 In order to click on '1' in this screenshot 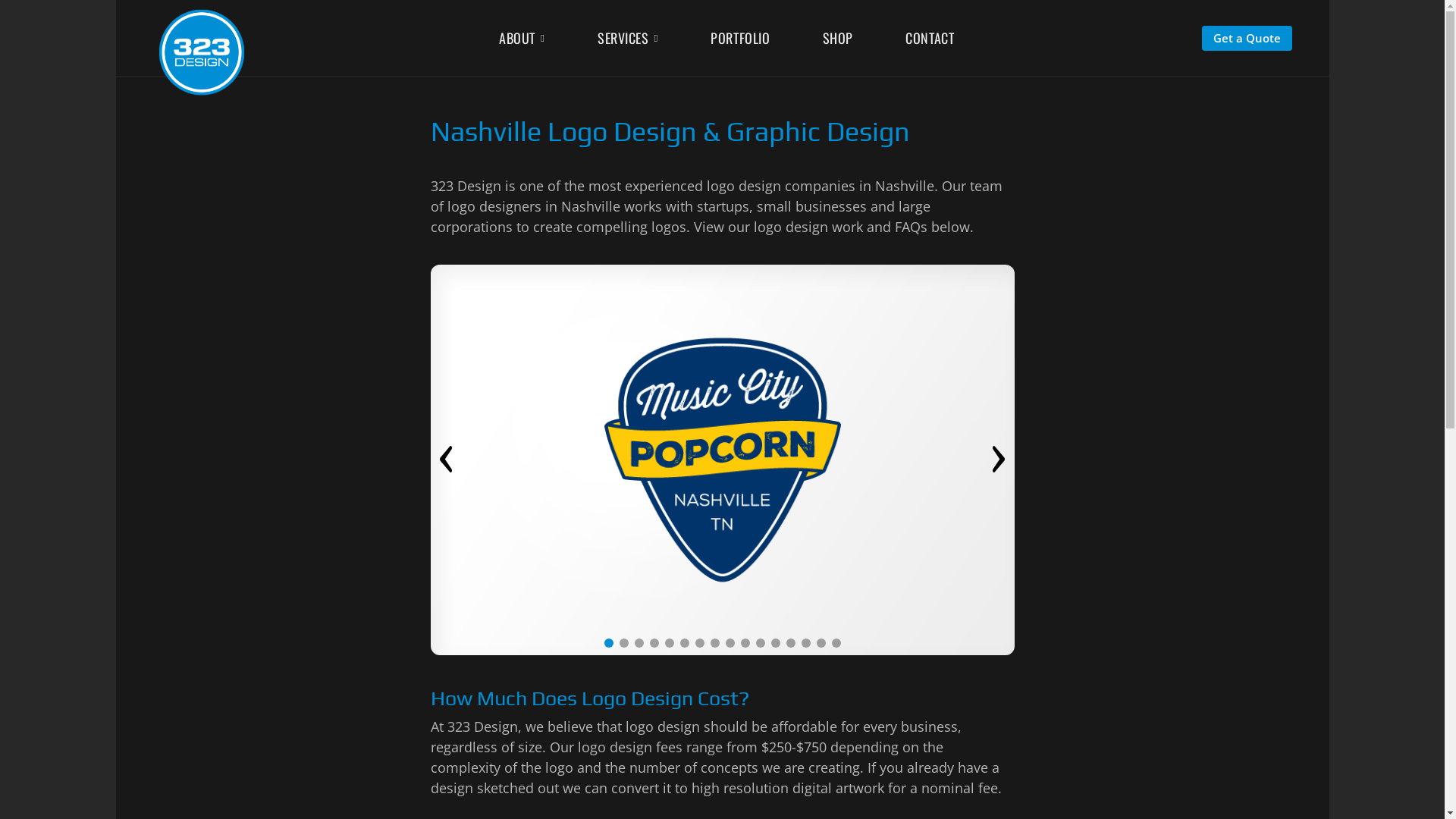, I will do `click(607, 643)`.